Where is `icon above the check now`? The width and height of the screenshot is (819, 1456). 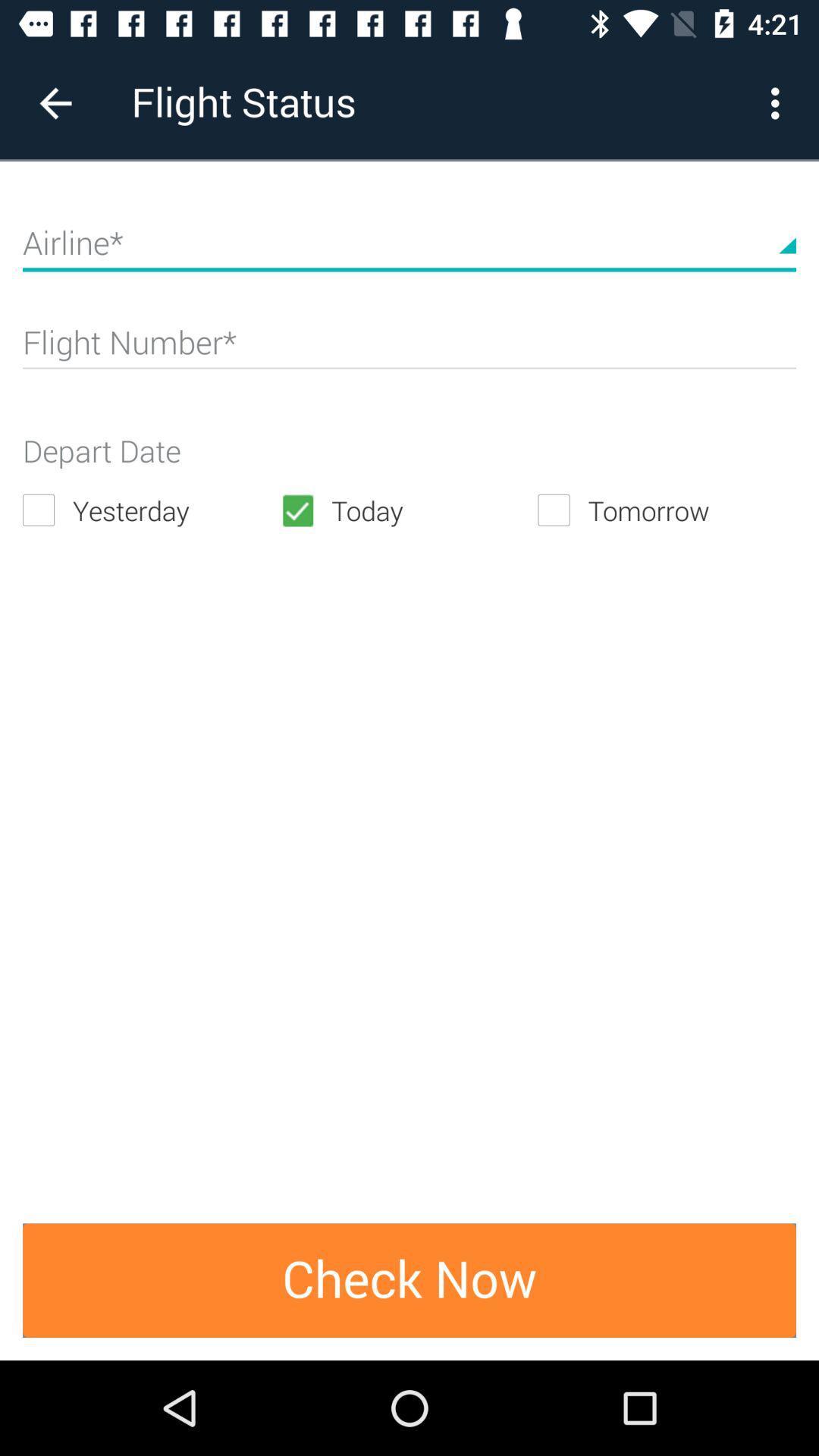 icon above the check now is located at coordinates (151, 510).